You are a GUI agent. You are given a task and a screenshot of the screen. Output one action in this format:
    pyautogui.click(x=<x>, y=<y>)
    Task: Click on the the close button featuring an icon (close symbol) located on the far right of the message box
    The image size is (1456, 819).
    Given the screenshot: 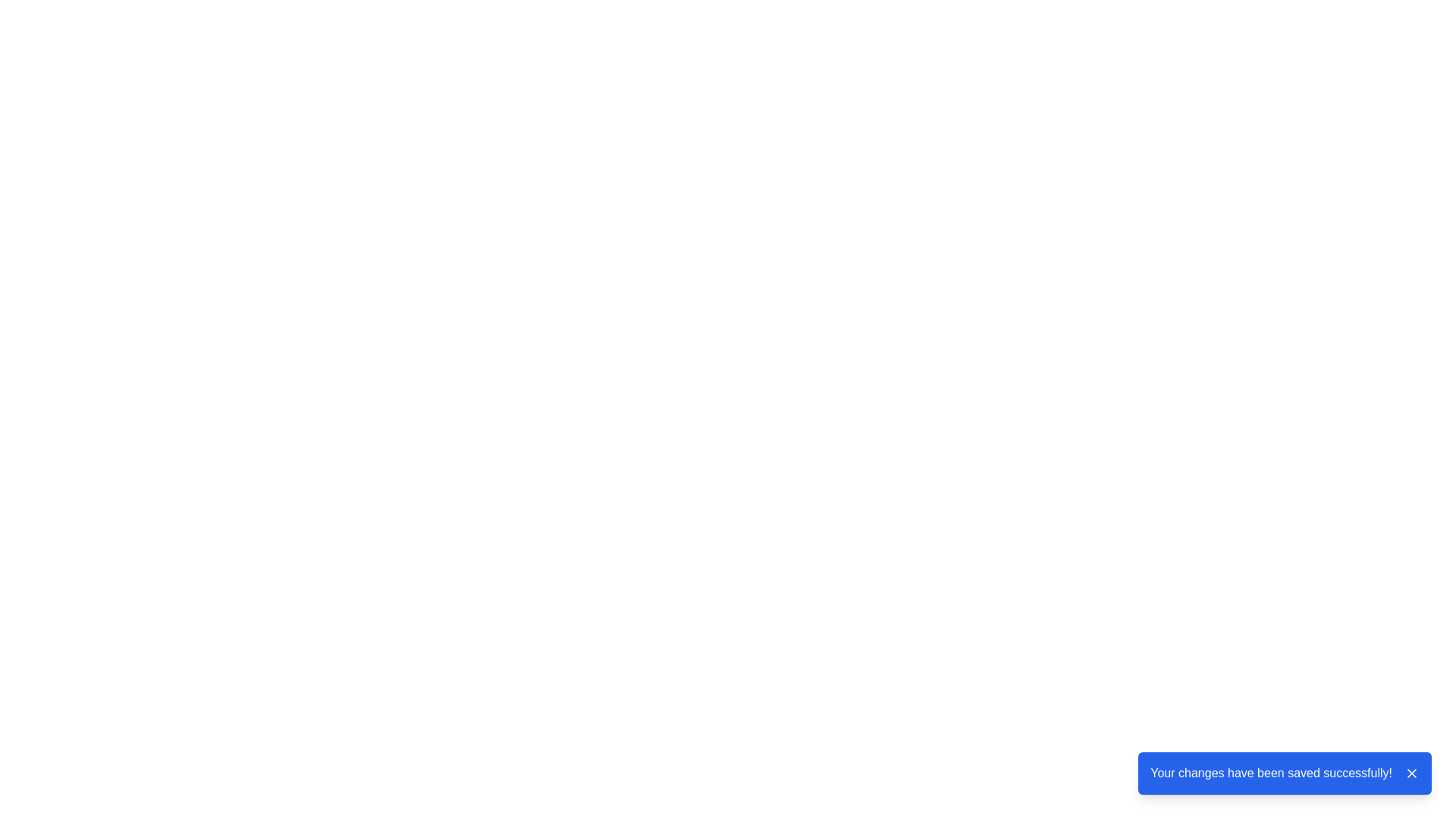 What is the action you would take?
    pyautogui.click(x=1411, y=773)
    